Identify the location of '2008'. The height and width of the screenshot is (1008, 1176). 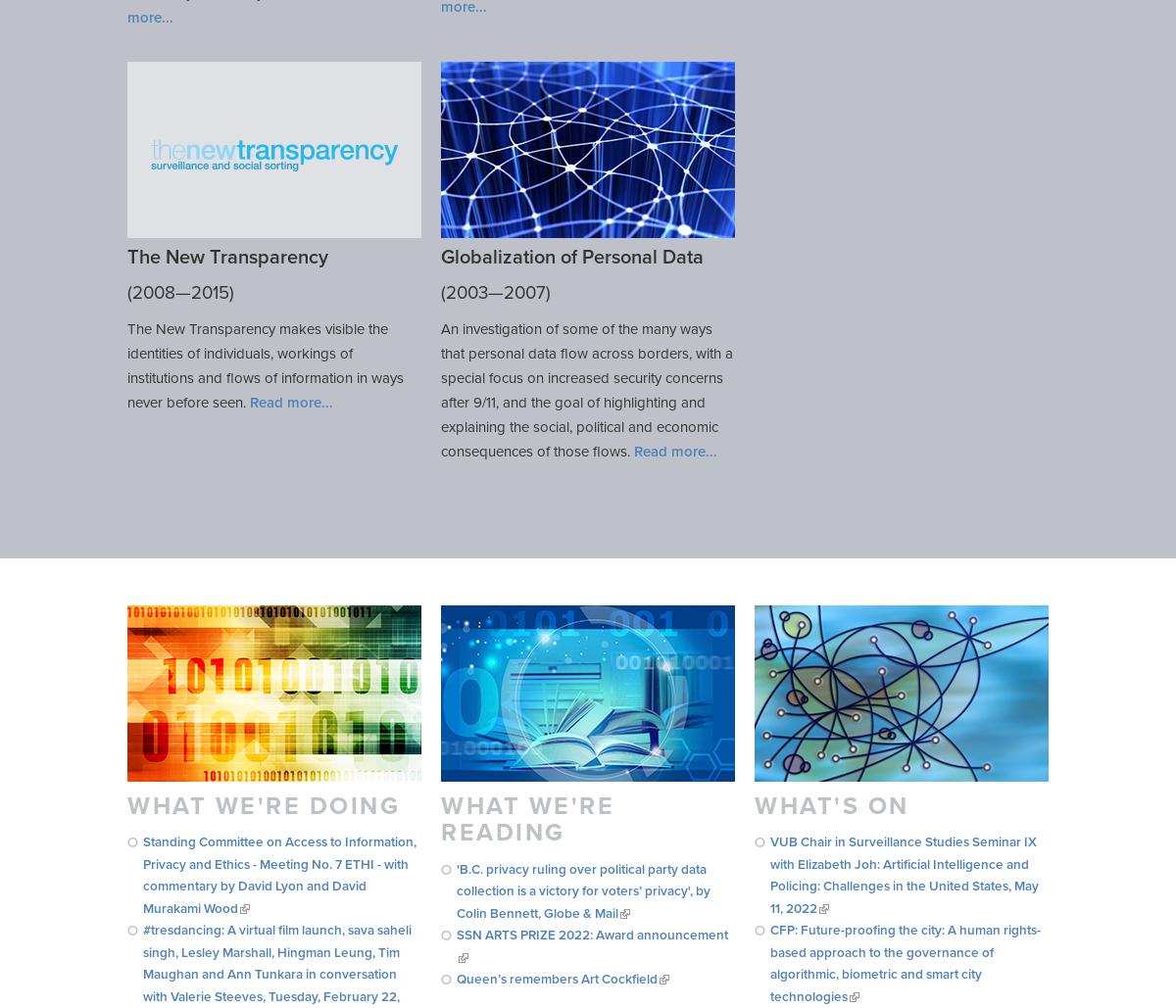
(152, 293).